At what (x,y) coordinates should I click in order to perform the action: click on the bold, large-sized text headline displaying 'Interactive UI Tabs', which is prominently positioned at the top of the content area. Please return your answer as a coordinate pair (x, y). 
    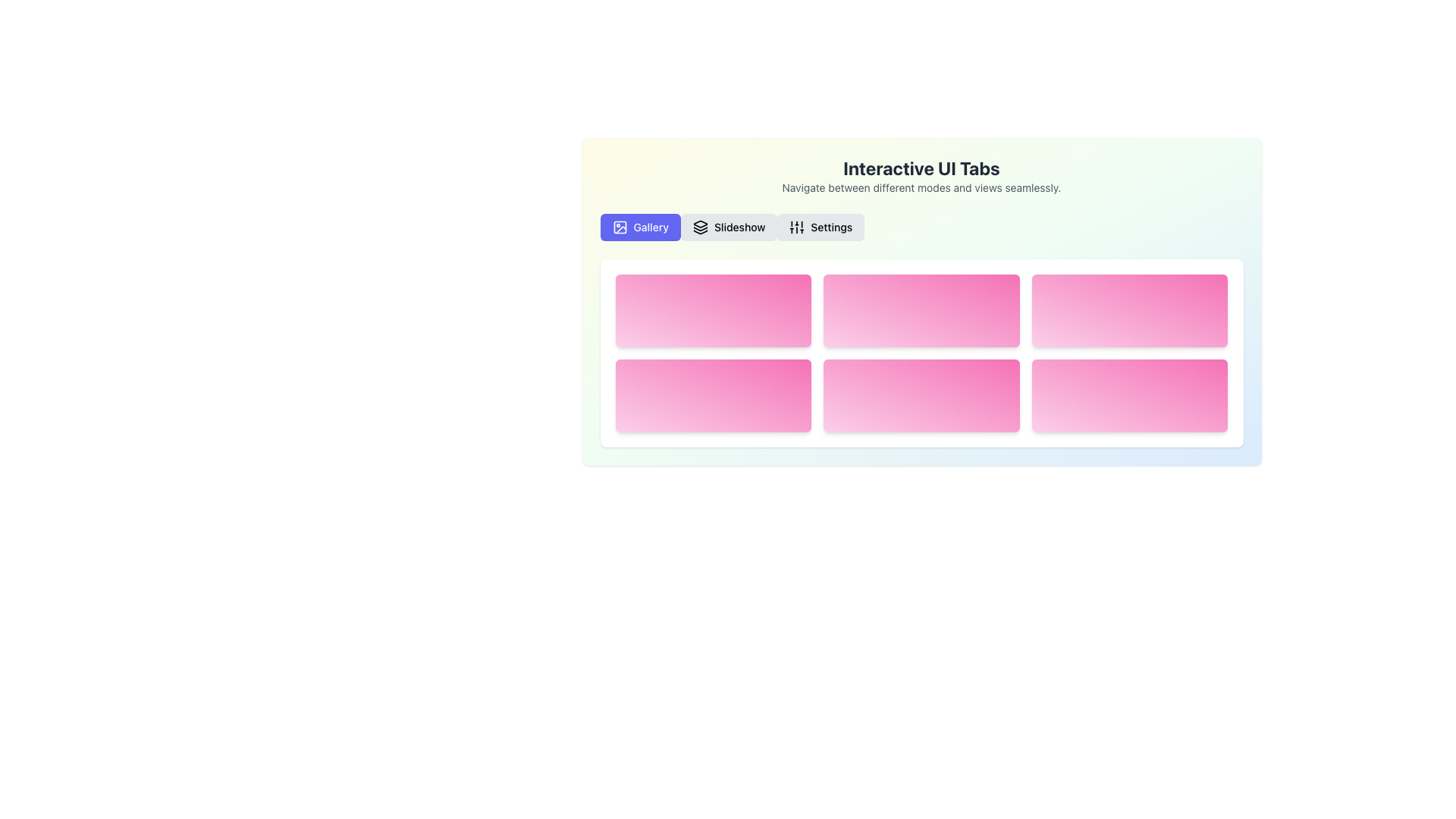
    Looking at the image, I should click on (921, 168).